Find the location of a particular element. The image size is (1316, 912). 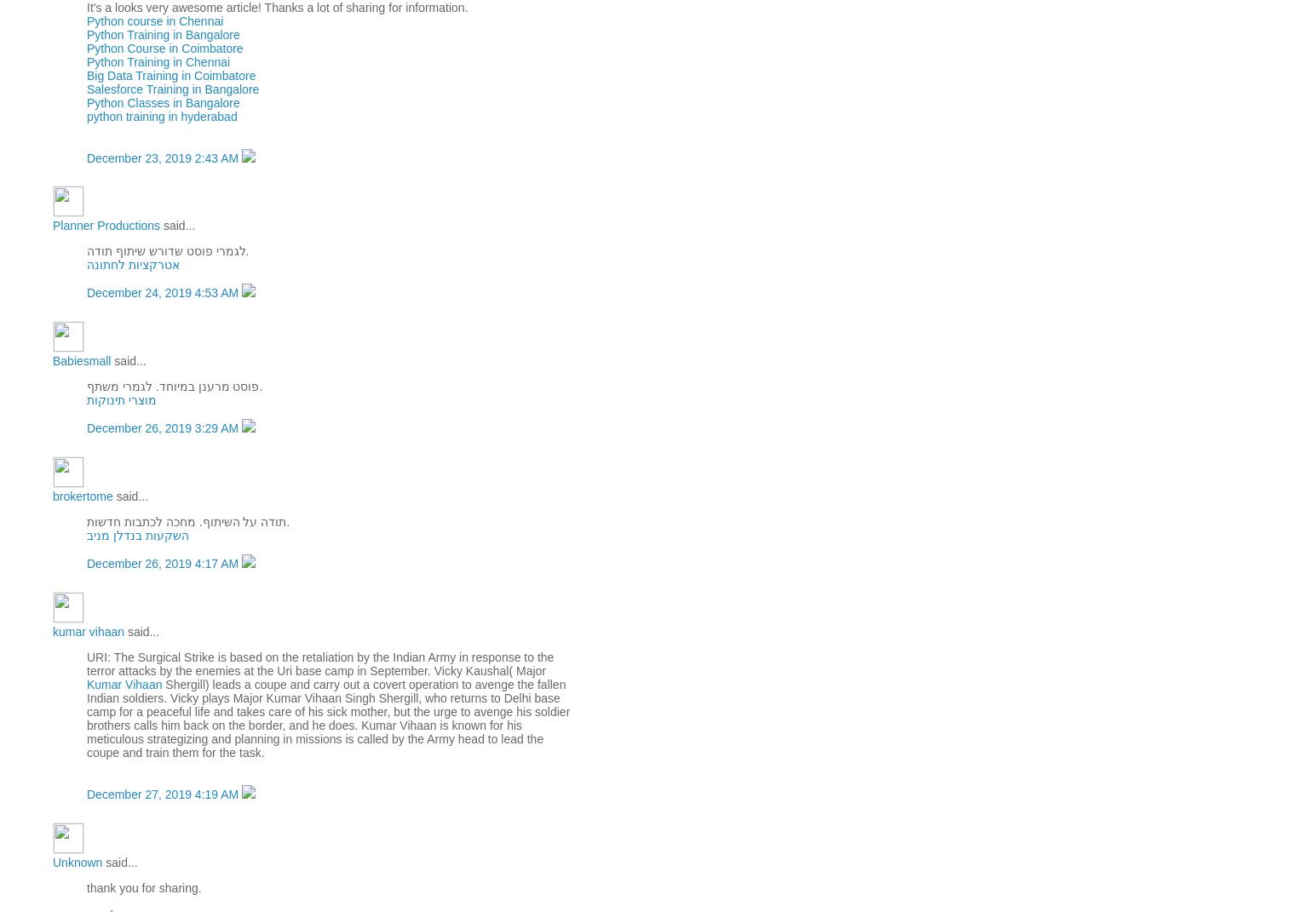

'Unknown' is located at coordinates (51, 861).